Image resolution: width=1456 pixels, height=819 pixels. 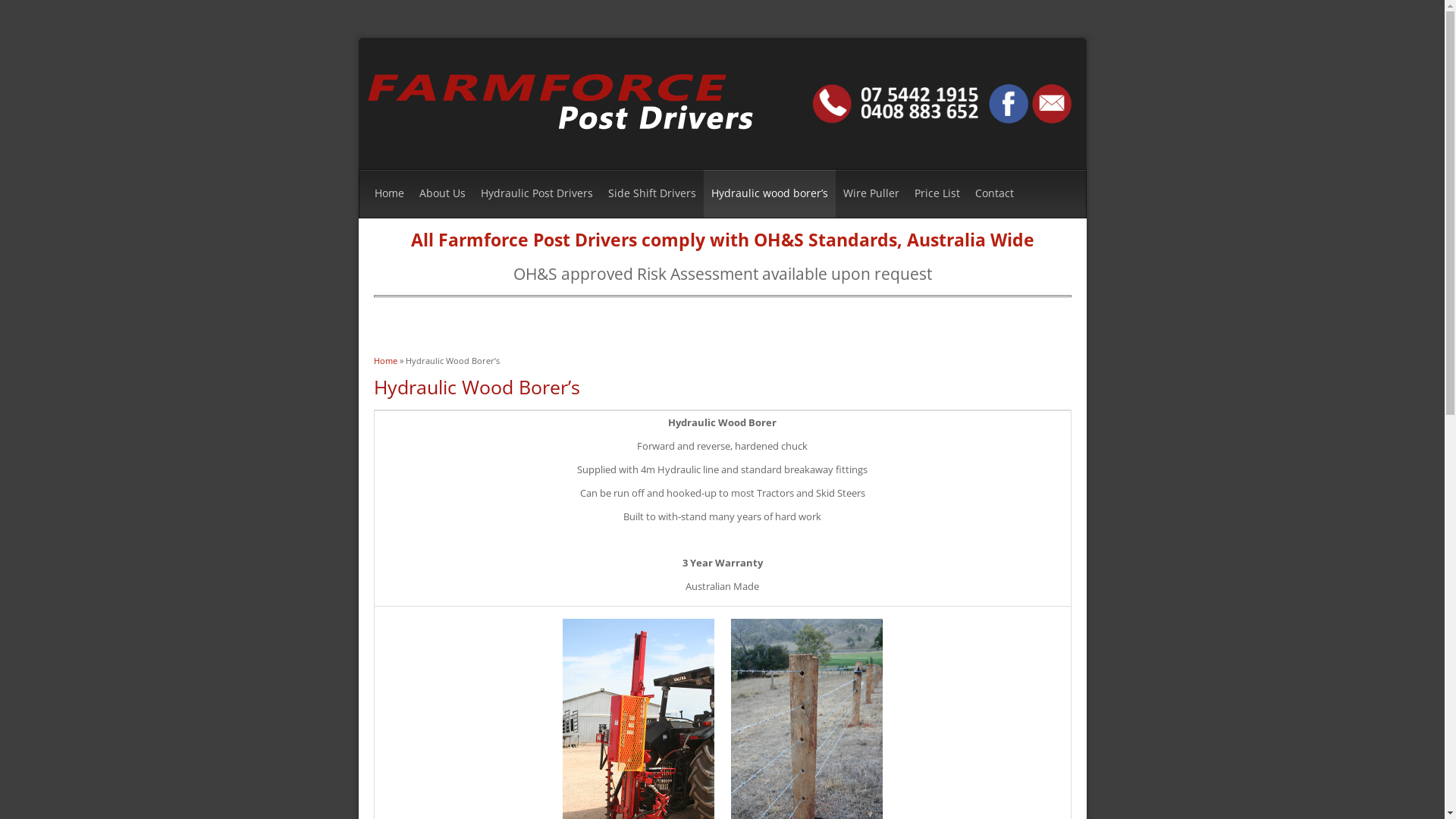 I want to click on 'Hydraulic Post Drivers', so click(x=537, y=193).